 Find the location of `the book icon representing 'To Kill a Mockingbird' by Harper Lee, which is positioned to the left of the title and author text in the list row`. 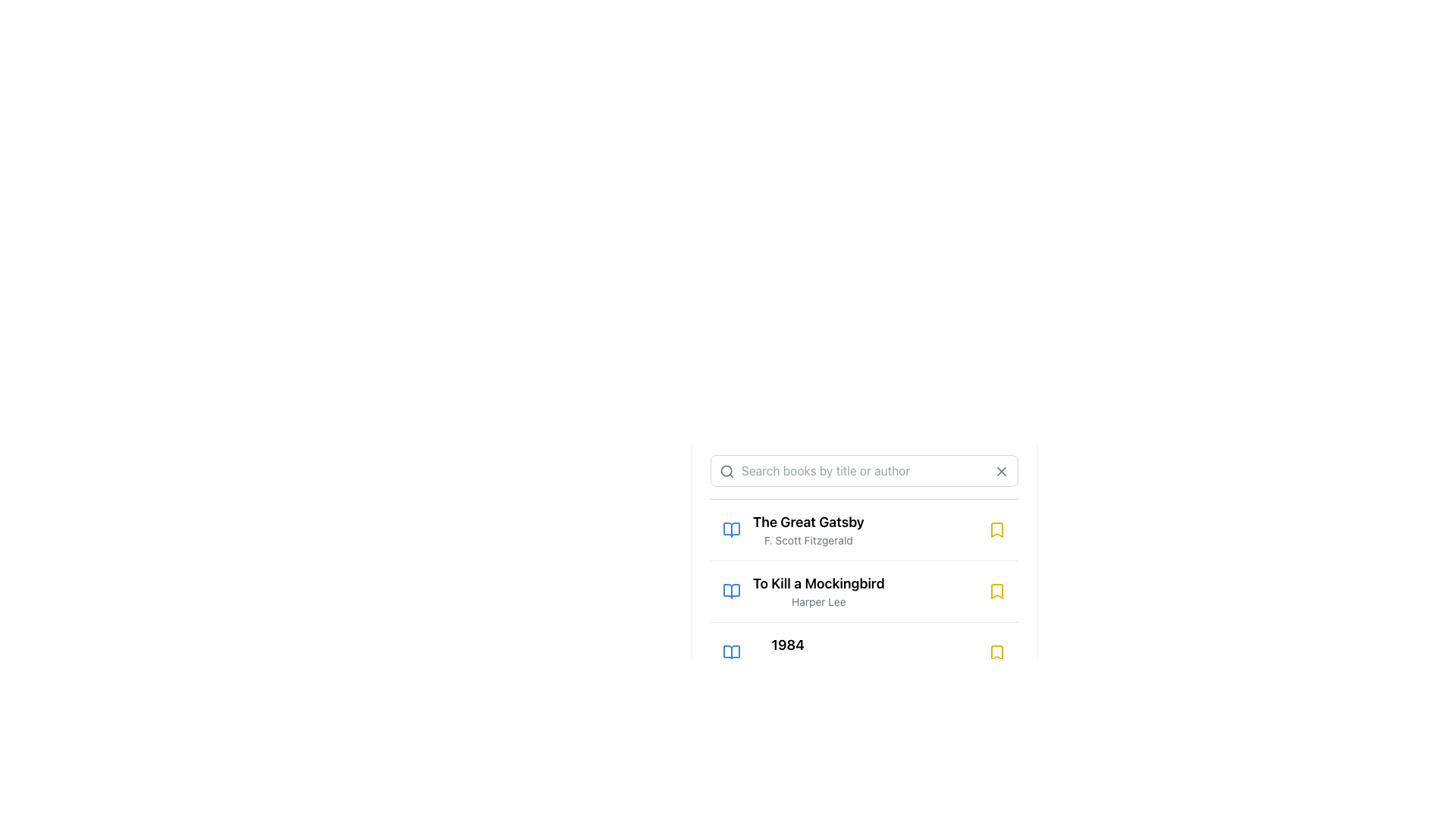

the book icon representing 'To Kill a Mockingbird' by Harper Lee, which is positioned to the left of the title and author text in the list row is located at coordinates (731, 590).